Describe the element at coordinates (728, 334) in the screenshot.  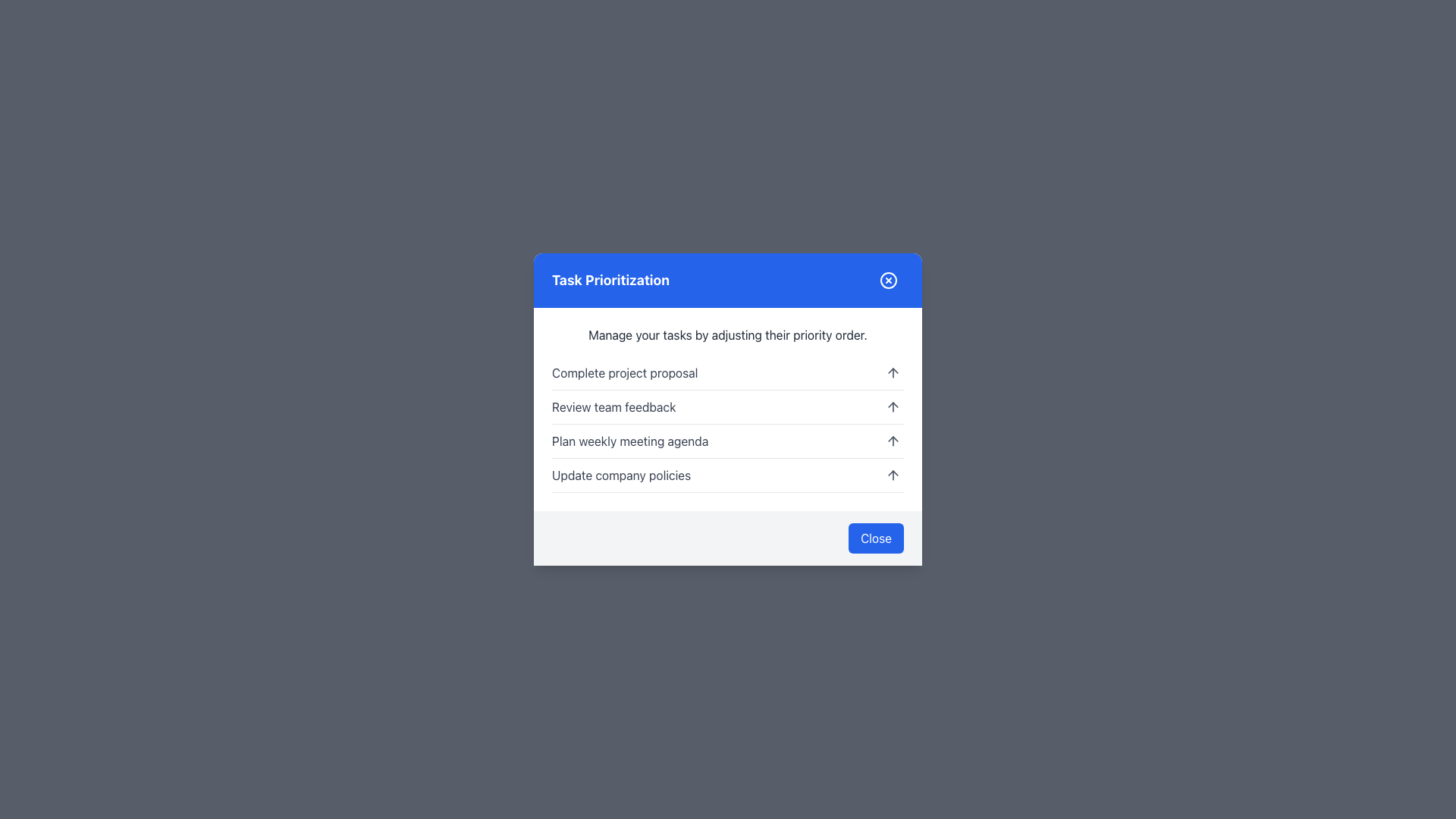
I see `the static text that reads 'Manage your tasks by adjusting their priority order.' positioned directly below the blue header labeled 'Task Prioritization.'` at that location.